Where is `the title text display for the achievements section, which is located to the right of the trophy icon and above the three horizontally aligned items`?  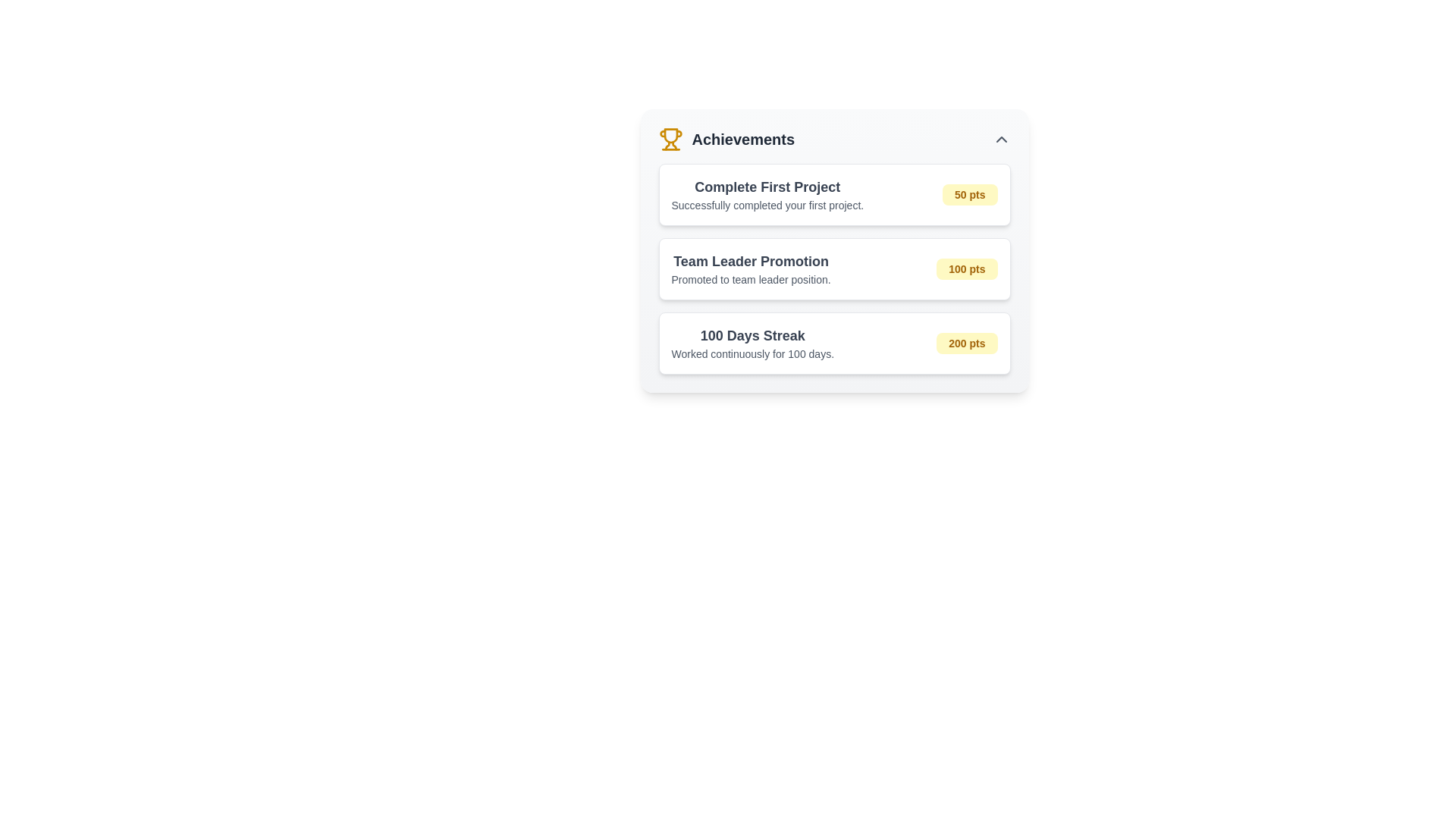
the title text display for the achievements section, which is located to the right of the trophy icon and above the three horizontally aligned items is located at coordinates (743, 140).